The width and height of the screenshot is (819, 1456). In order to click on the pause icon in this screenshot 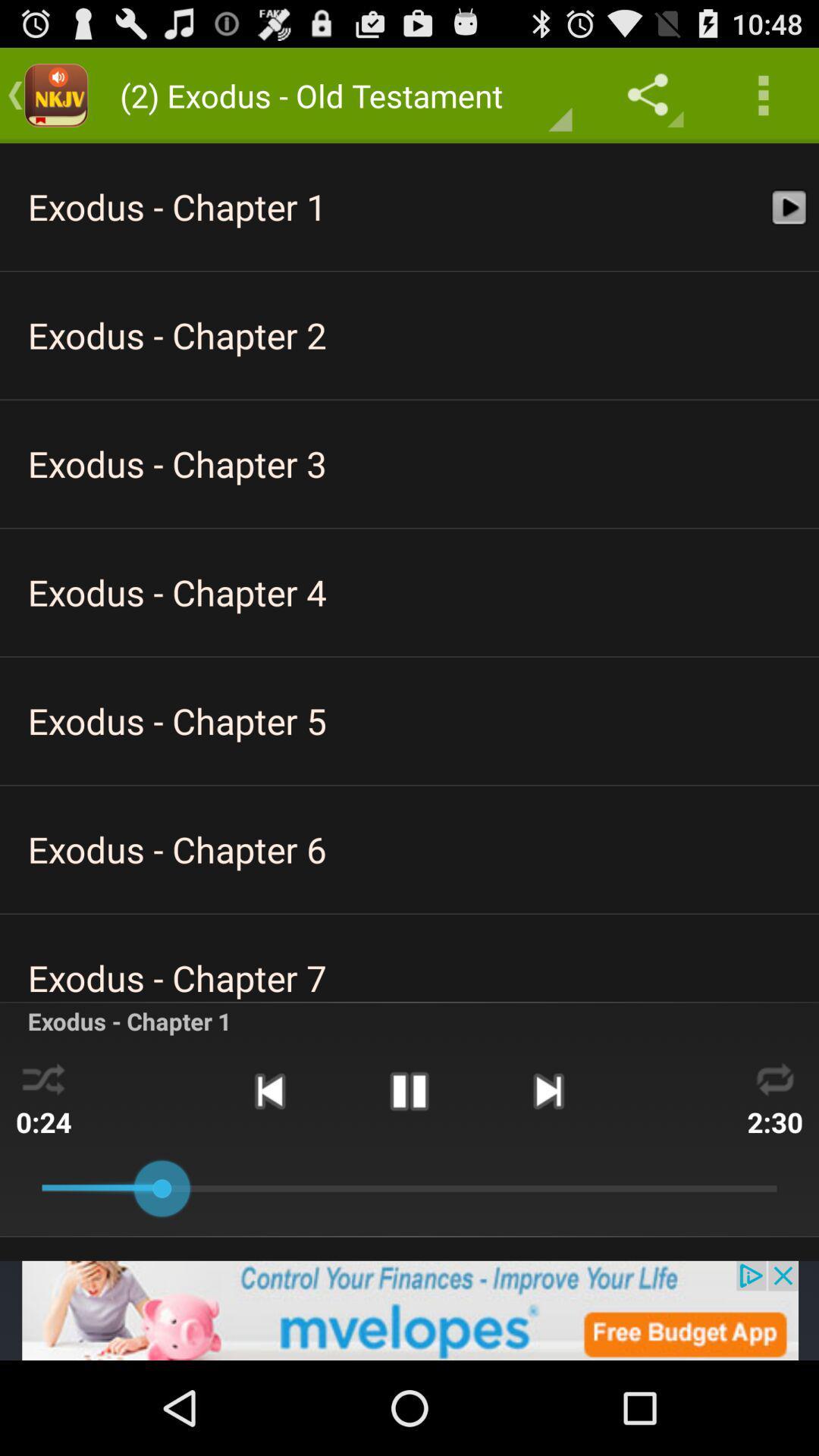, I will do `click(408, 1166)`.